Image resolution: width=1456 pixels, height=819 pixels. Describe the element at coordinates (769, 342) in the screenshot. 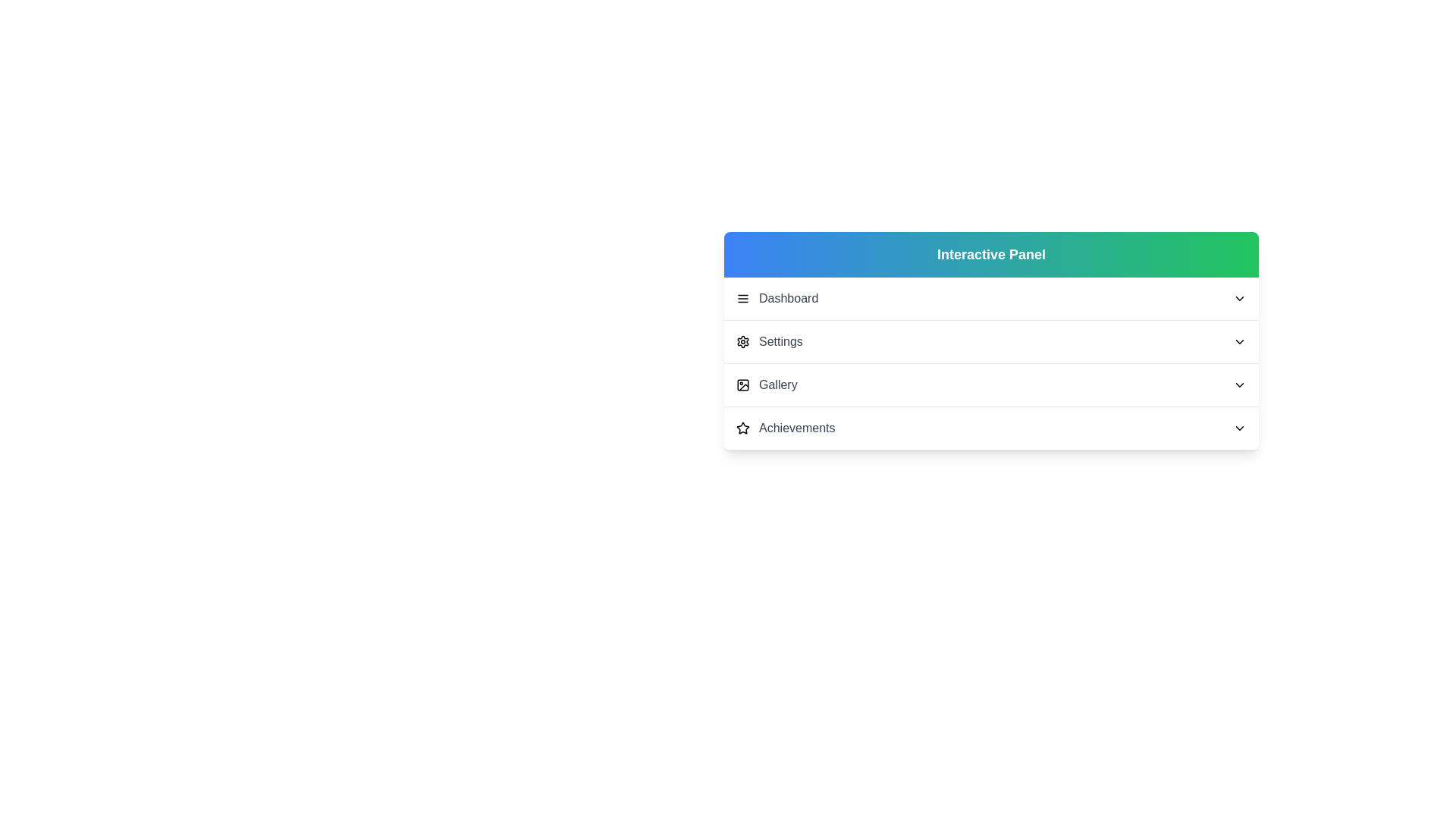

I see `the 'Settings' menu item, which features a gear icon followed by the text 'Settings'` at that location.